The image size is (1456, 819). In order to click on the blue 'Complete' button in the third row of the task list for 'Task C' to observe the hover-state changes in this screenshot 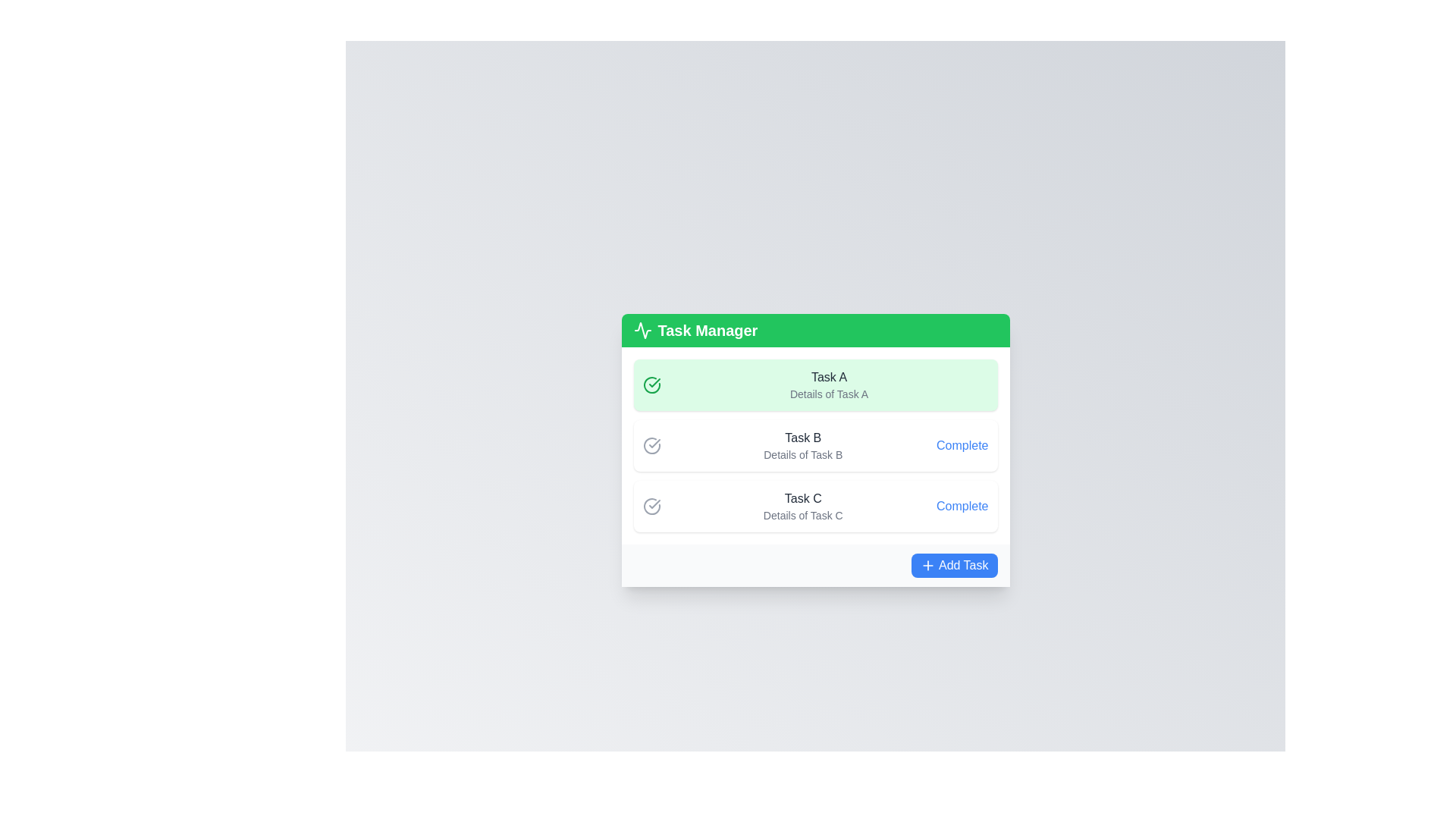, I will do `click(962, 506)`.